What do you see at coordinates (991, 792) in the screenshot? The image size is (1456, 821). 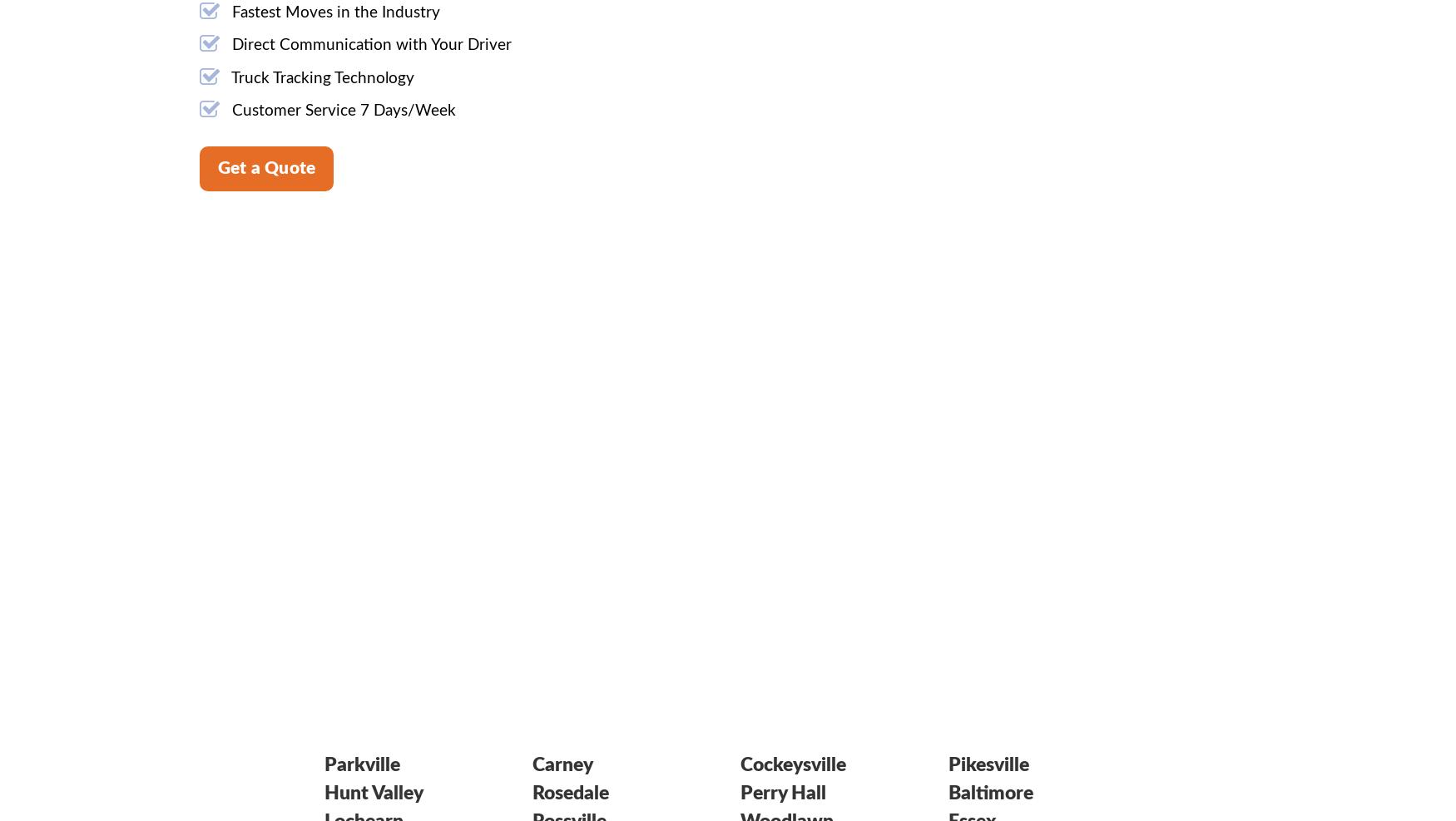 I see `'Baltimore'` at bounding box center [991, 792].